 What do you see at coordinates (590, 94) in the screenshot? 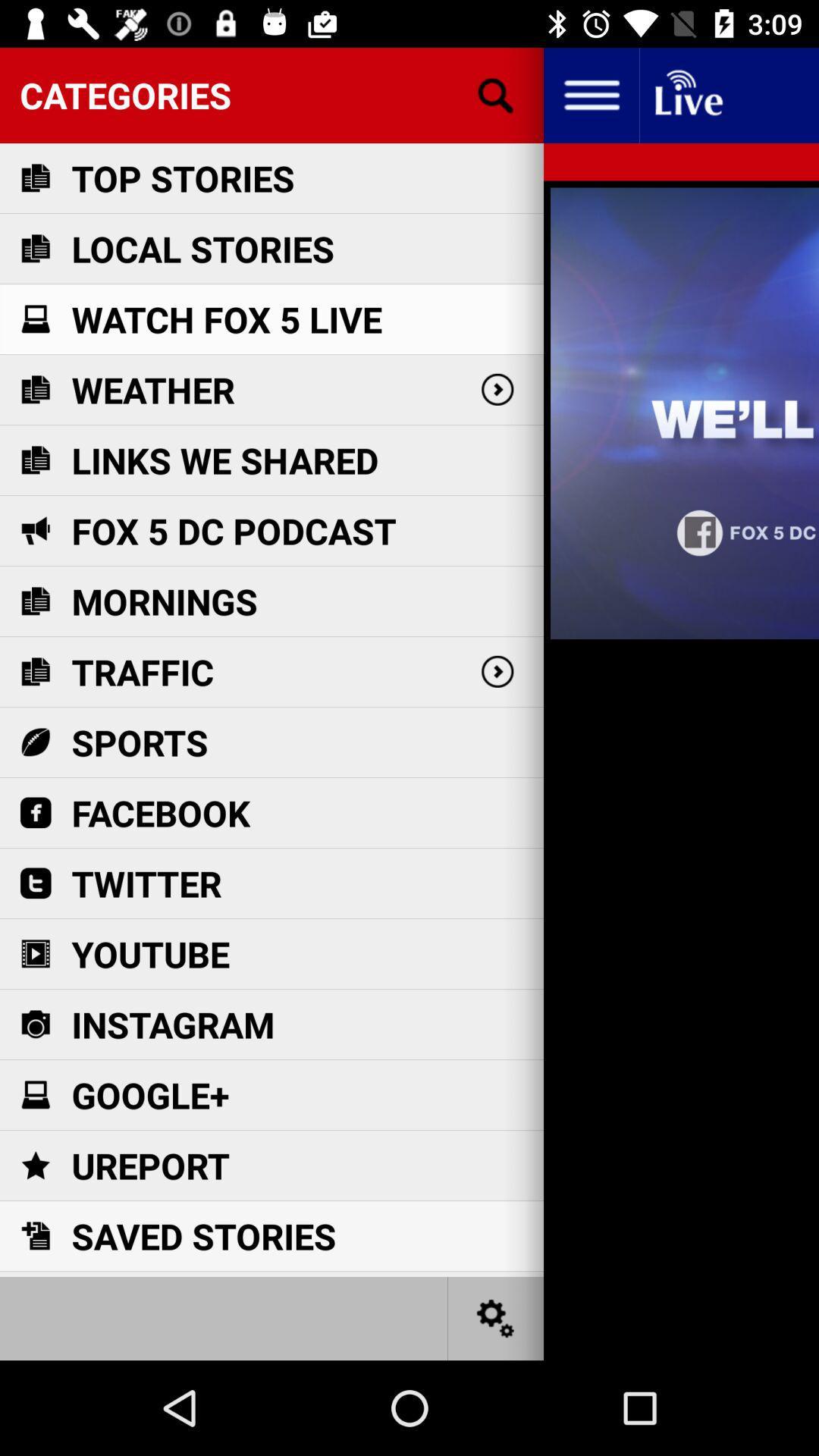
I see `the menu icon` at bounding box center [590, 94].